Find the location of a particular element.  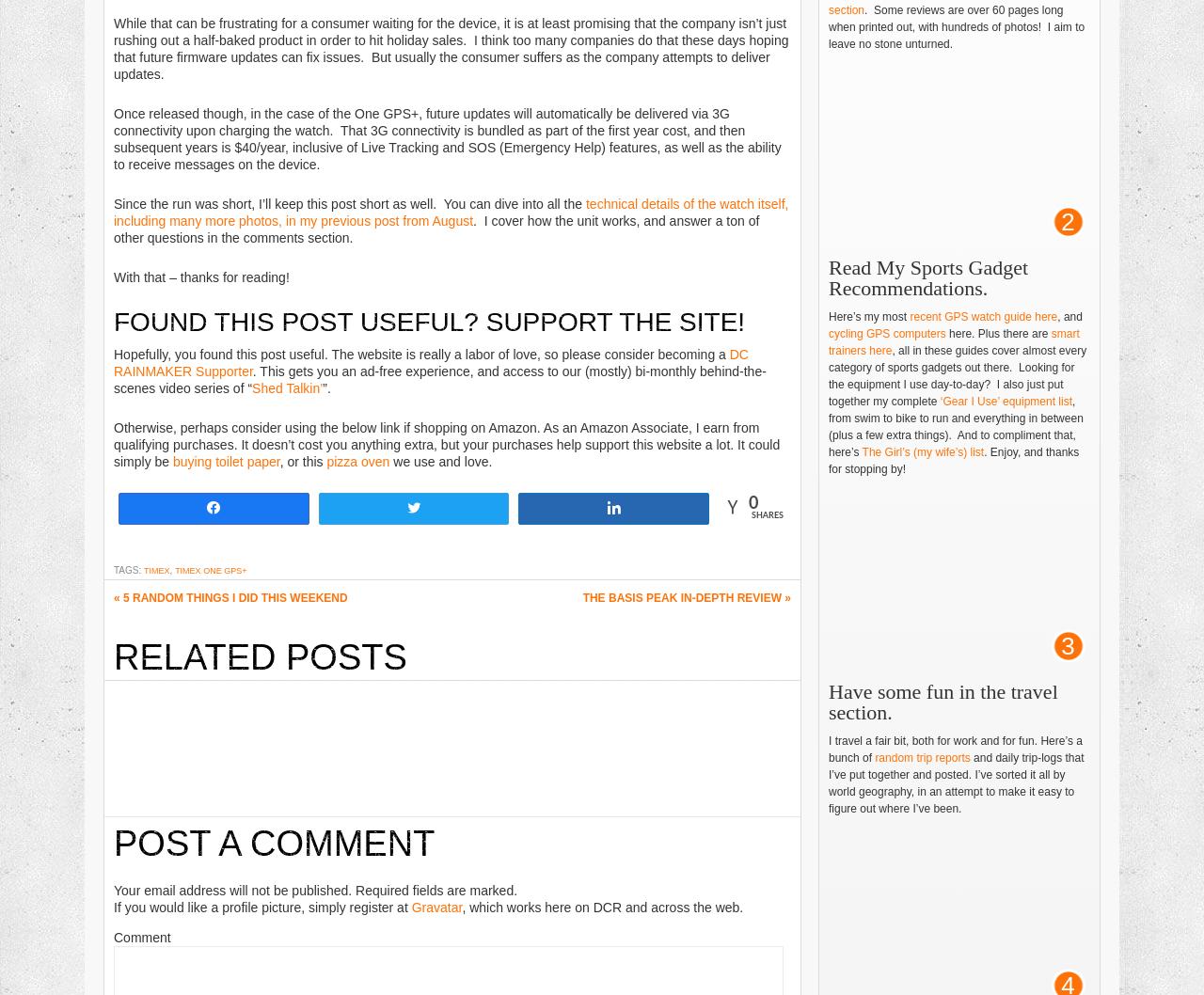

'and daily trip-logs that I’ve put together and posted. I’ve sorted it all by world geography, in an attempt to make it easy to figure out where I’ve been.' is located at coordinates (956, 782).